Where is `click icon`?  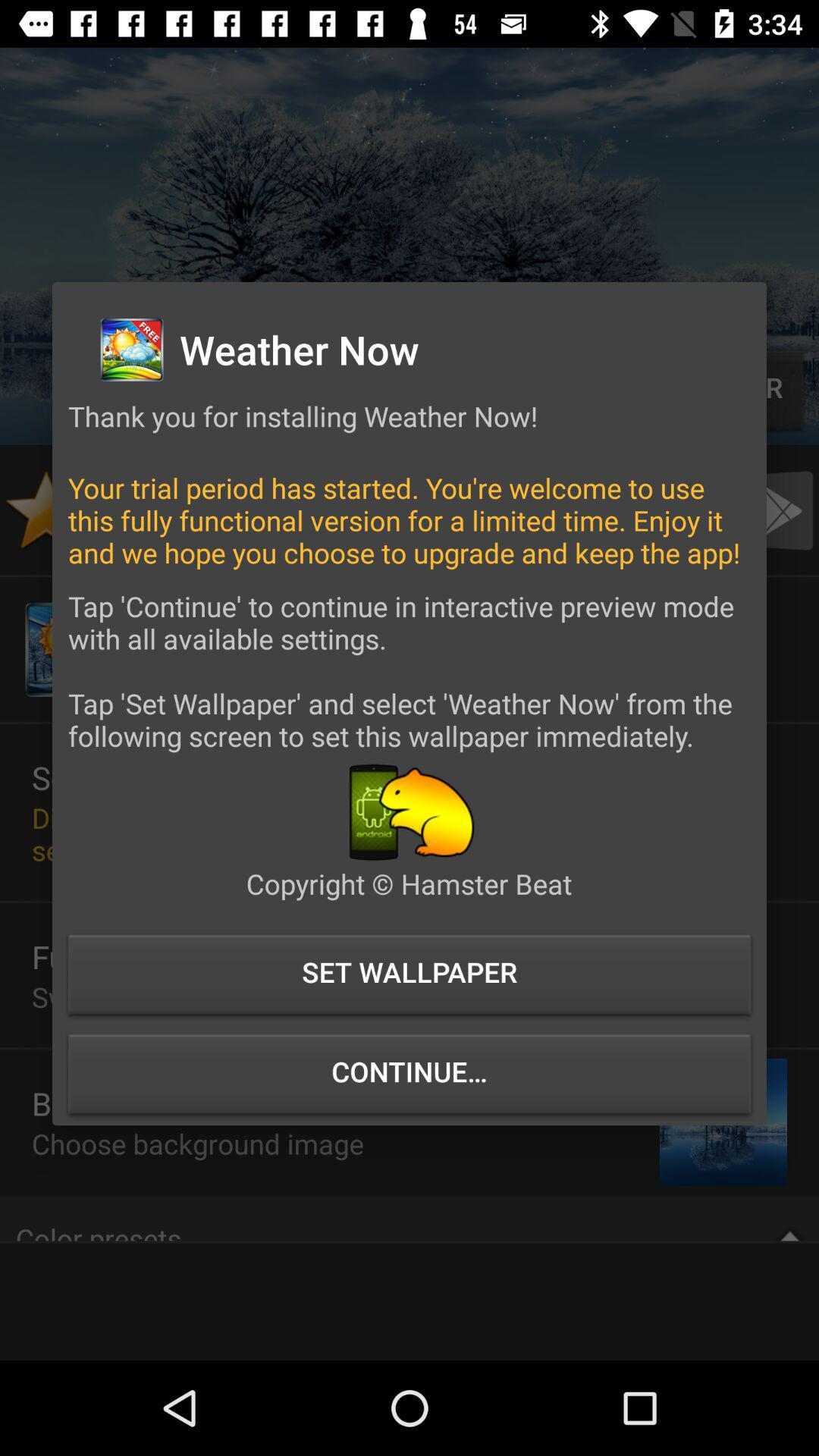
click icon is located at coordinates (408, 811).